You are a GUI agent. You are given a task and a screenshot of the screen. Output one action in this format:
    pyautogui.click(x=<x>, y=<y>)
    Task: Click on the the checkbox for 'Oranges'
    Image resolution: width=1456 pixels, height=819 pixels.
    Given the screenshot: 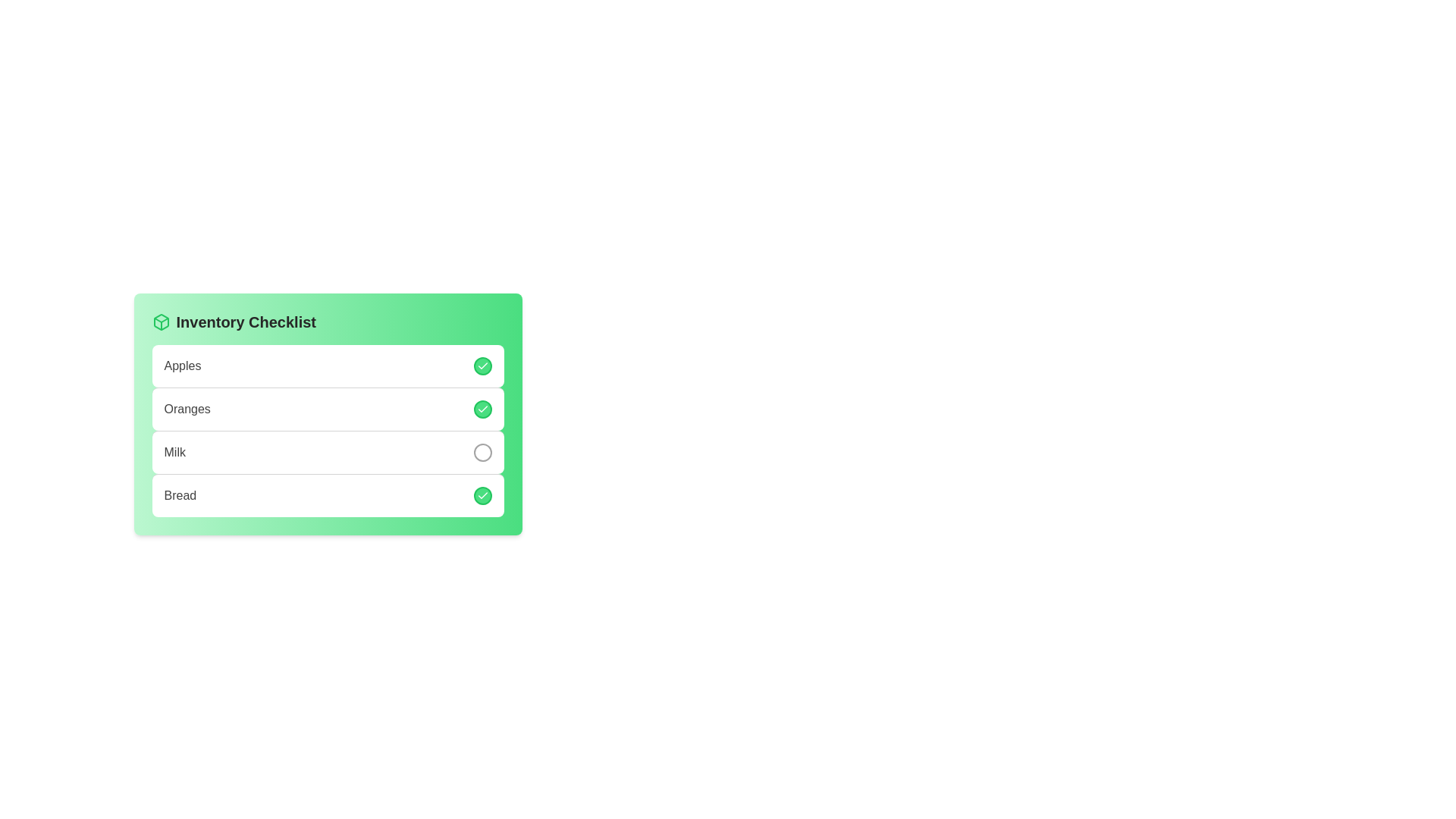 What is the action you would take?
    pyautogui.click(x=327, y=414)
    